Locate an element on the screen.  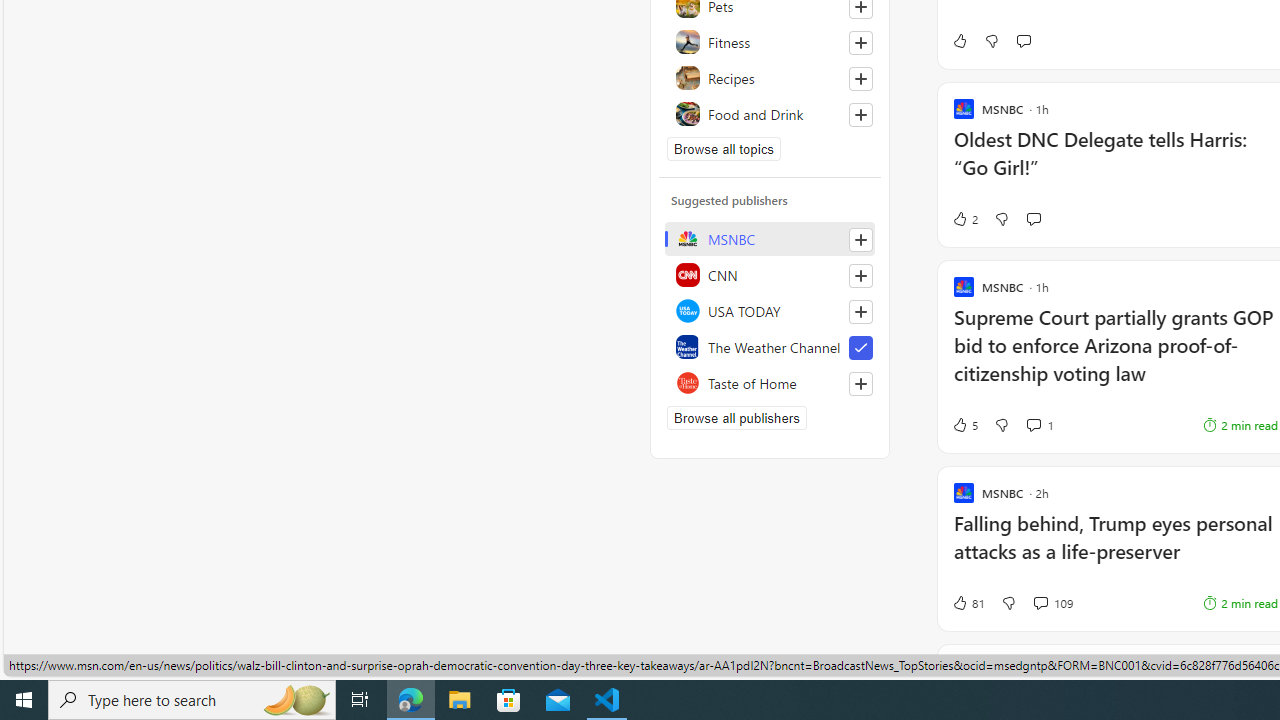
'Follow this source' is located at coordinates (860, 384).